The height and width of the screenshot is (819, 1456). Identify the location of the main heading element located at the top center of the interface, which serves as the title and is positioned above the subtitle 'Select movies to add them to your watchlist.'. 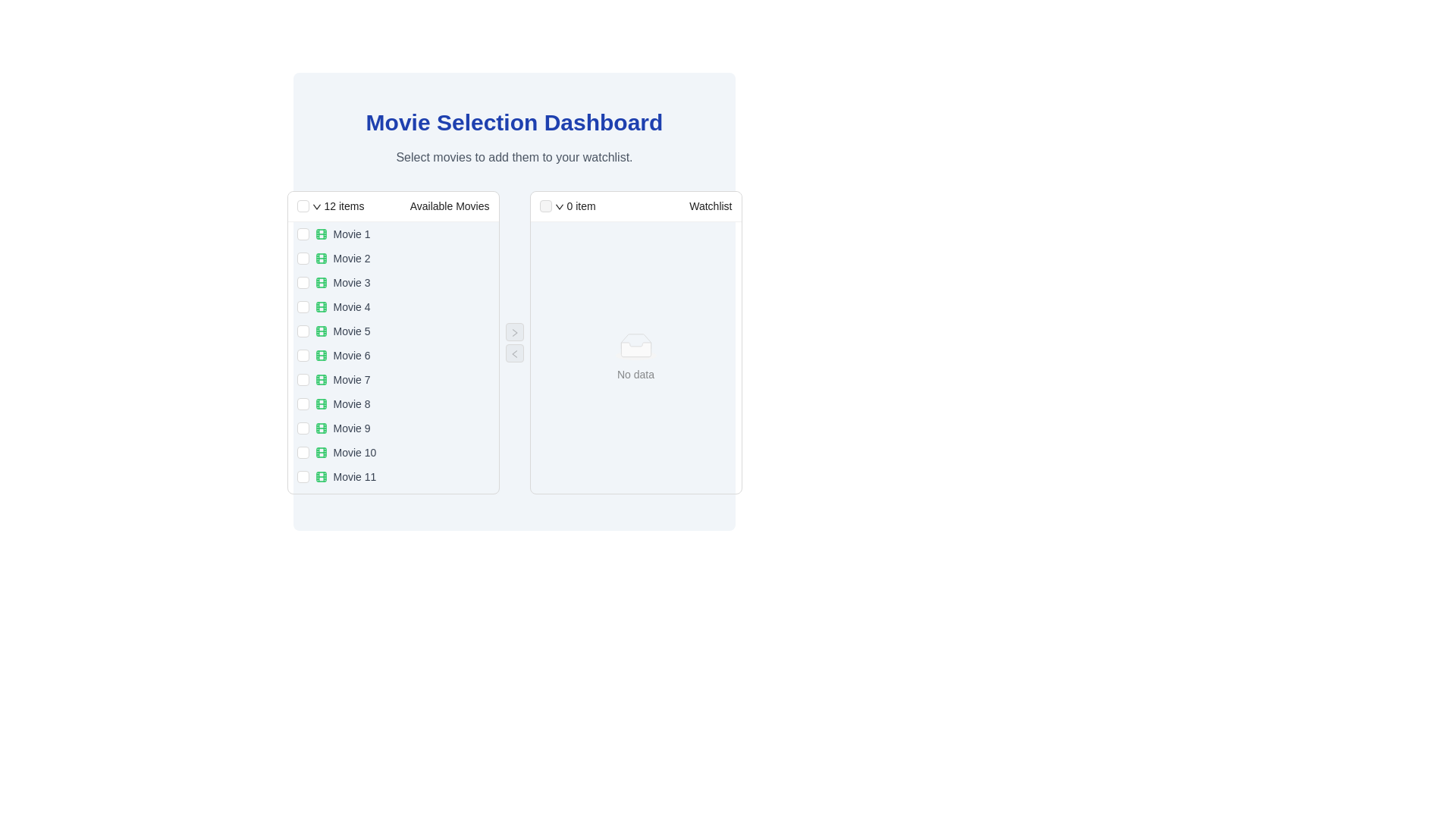
(514, 122).